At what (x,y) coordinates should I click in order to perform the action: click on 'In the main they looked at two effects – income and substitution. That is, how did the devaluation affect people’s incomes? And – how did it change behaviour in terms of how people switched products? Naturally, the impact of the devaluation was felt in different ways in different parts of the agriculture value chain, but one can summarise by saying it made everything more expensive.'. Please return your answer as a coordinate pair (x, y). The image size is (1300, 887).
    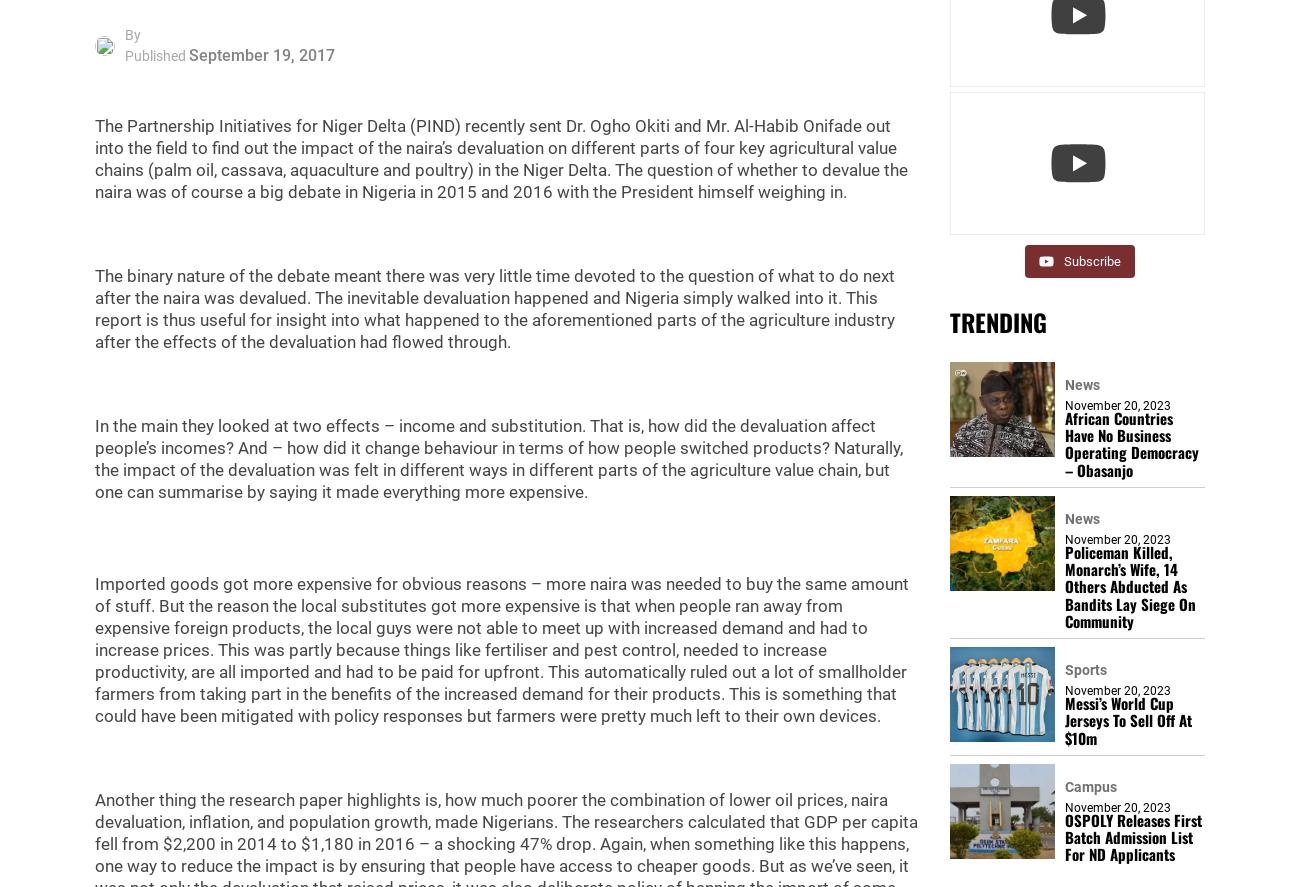
    Looking at the image, I should click on (498, 458).